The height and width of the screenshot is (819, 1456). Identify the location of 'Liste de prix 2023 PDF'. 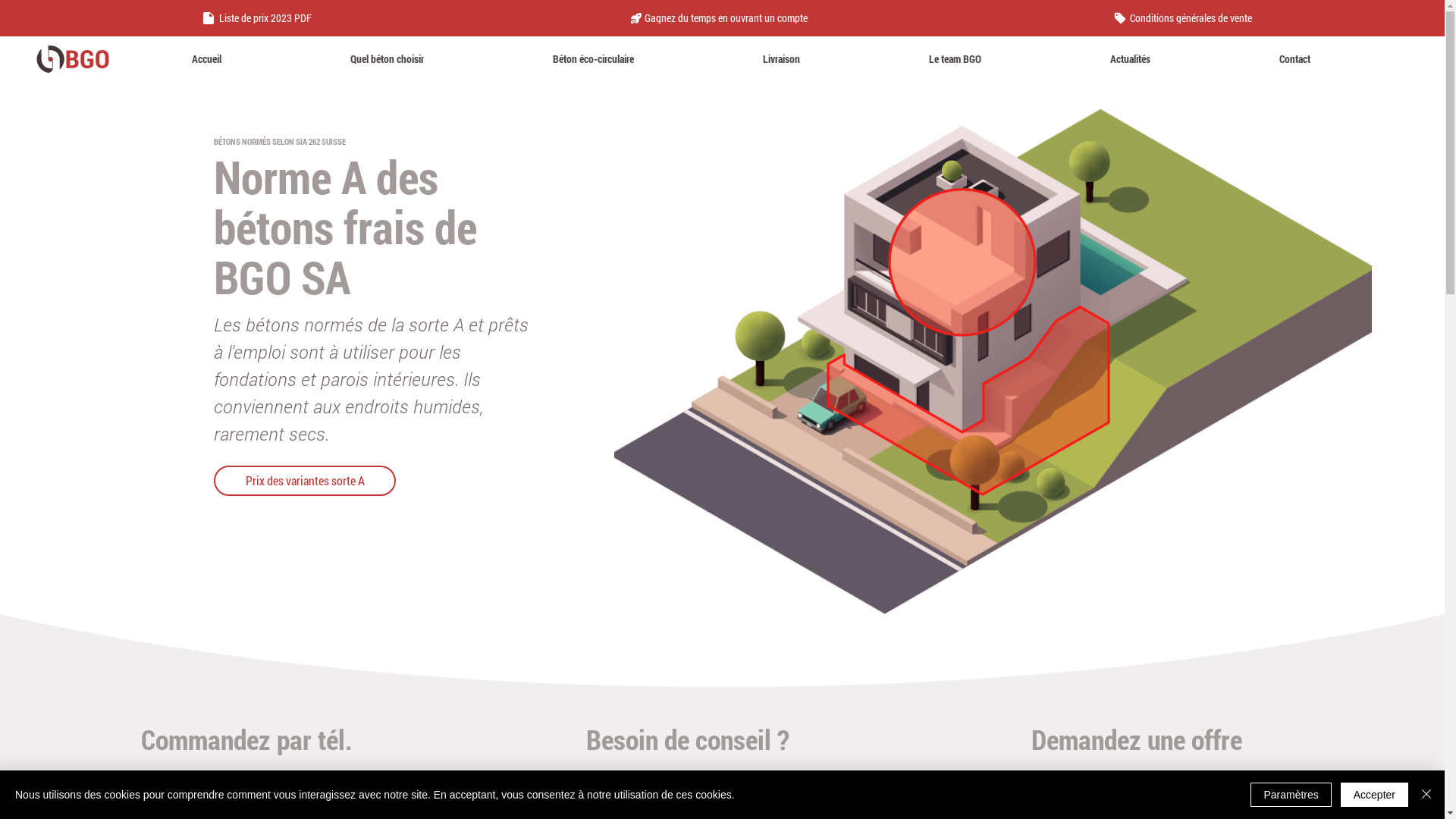
(259, 17).